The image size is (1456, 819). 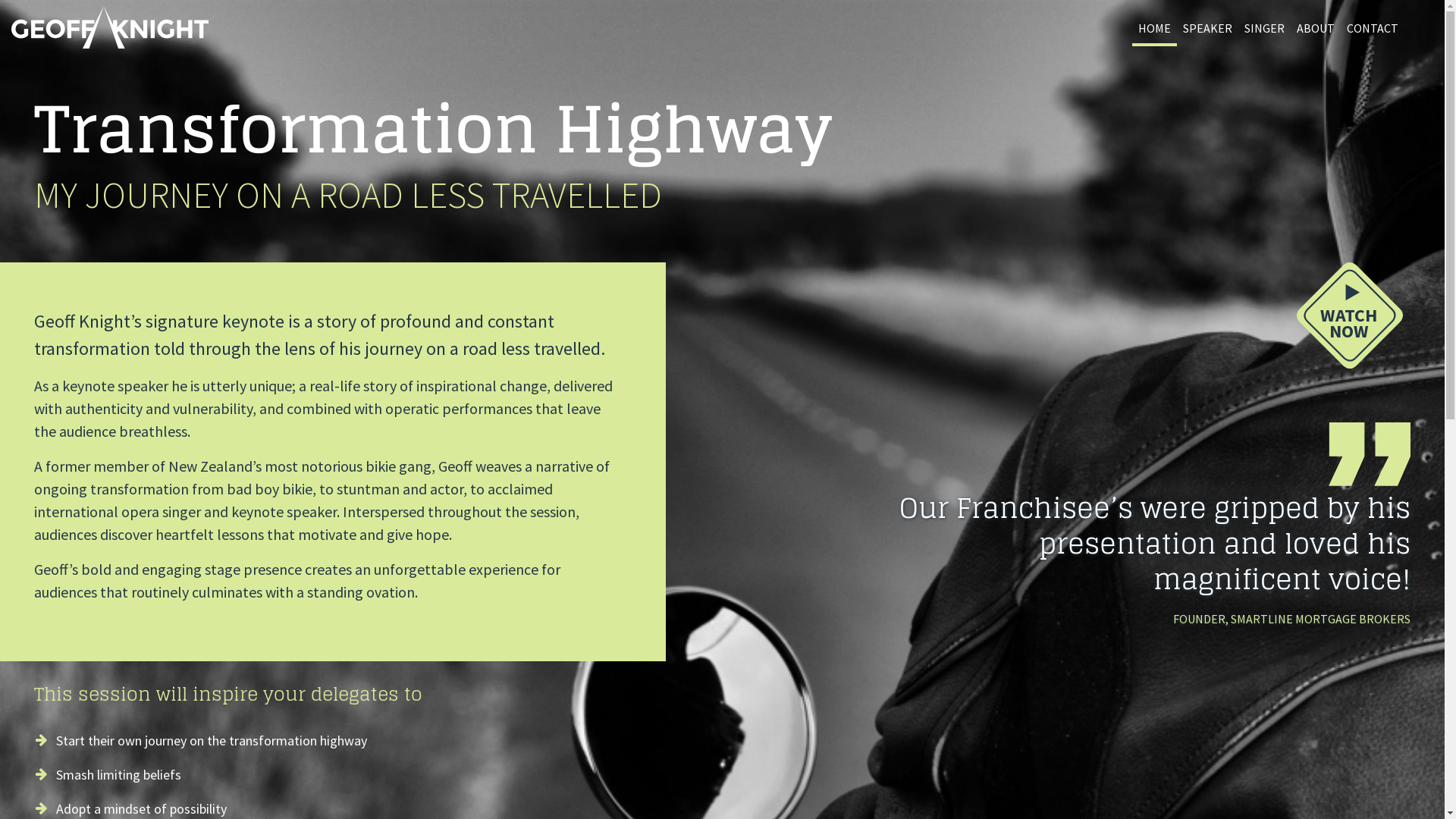 I want to click on 'ABOUT', so click(x=1314, y=29).